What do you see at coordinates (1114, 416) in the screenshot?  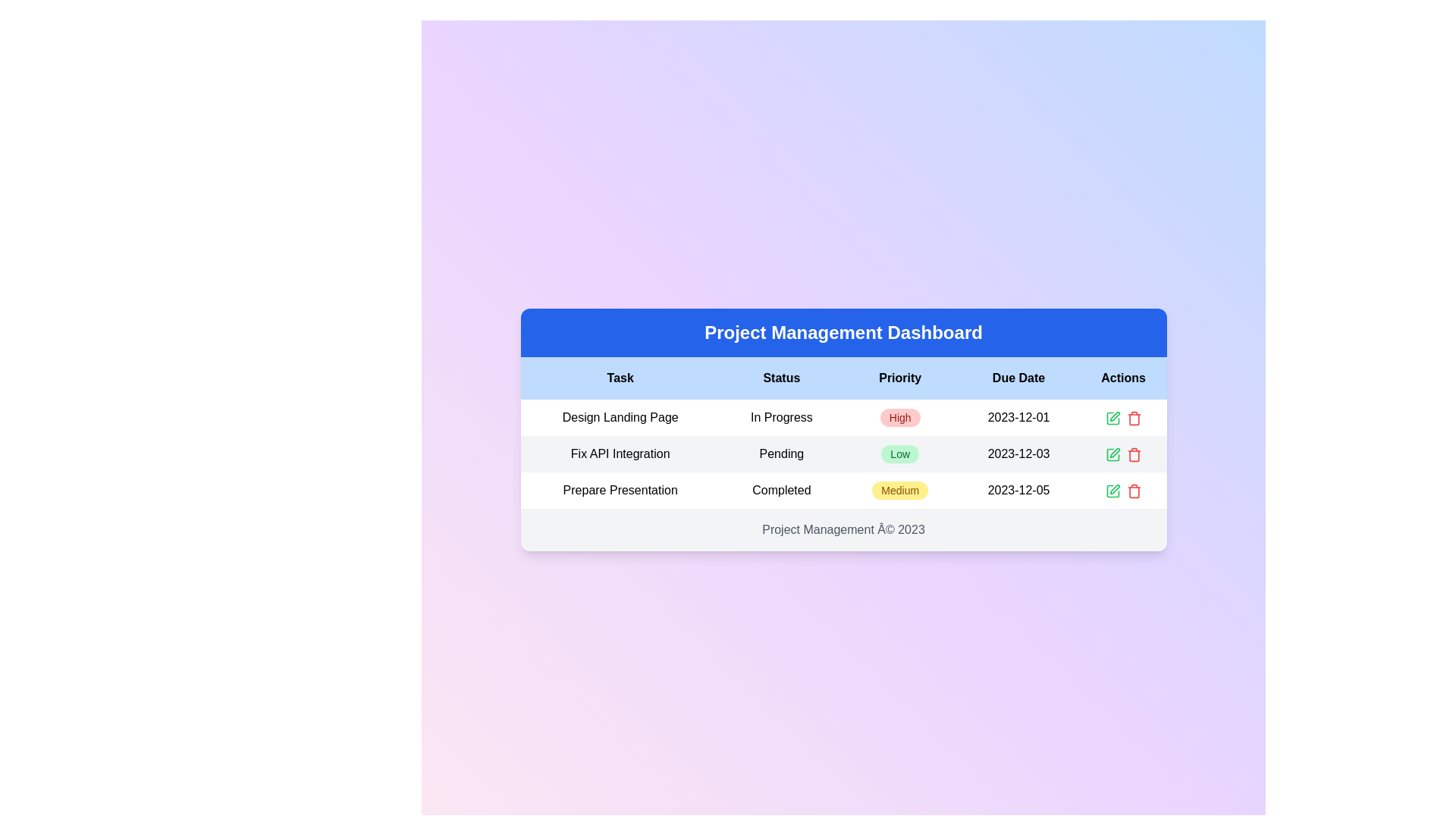 I see `the pen-shaped icon in the 'Actions' column of the third row corresponding to the 'Prepare Presentation' task` at bounding box center [1114, 416].